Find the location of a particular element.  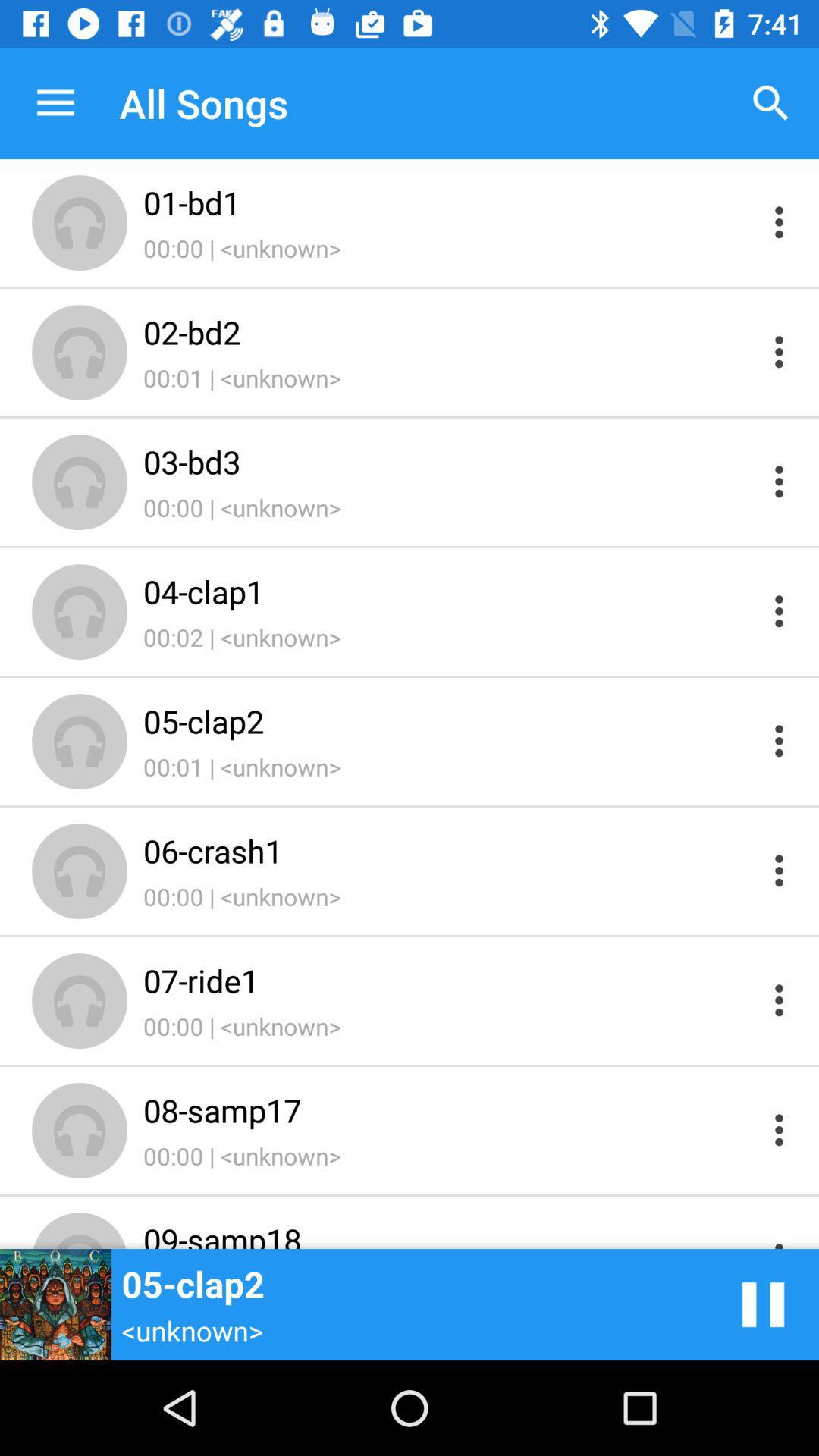

icon above the 00:00 | <unknown> icon is located at coordinates (448, 461).